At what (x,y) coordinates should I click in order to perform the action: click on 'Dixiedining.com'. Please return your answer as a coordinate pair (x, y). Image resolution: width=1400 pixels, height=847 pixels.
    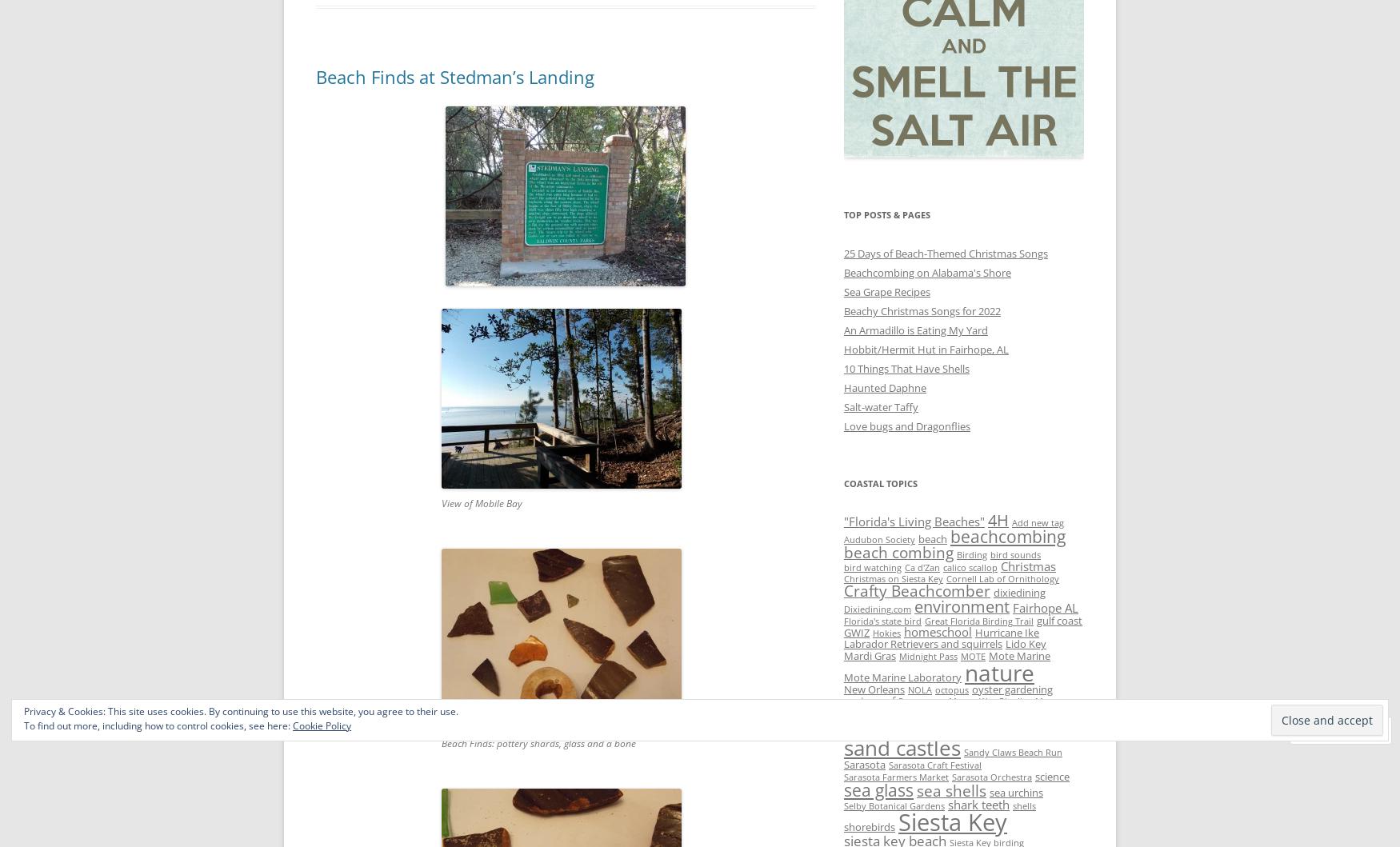
    Looking at the image, I should click on (843, 607).